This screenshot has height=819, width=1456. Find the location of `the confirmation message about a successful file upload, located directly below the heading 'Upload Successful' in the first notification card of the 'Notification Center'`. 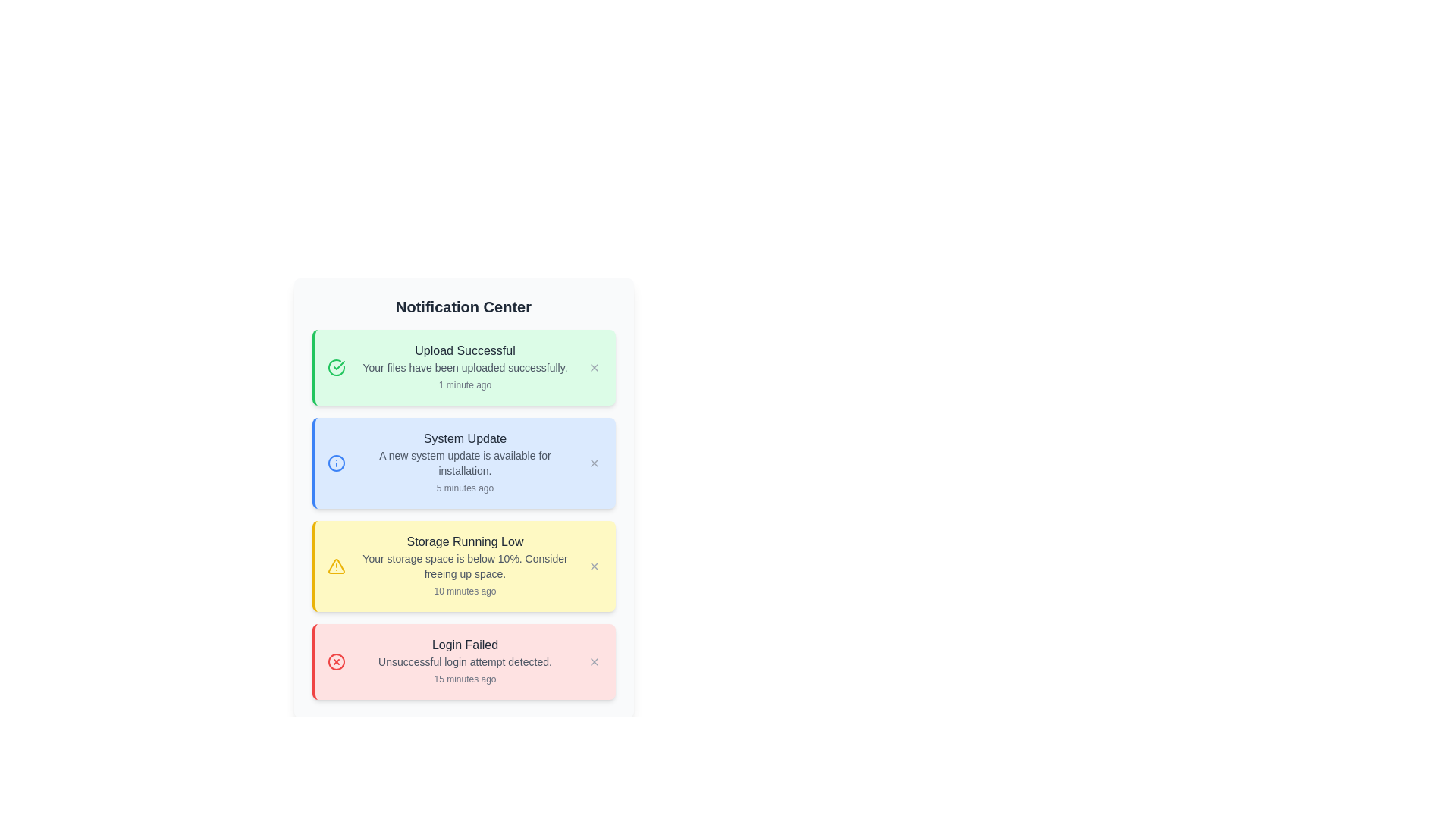

the confirmation message about a successful file upload, located directly below the heading 'Upload Successful' in the first notification card of the 'Notification Center' is located at coordinates (464, 368).